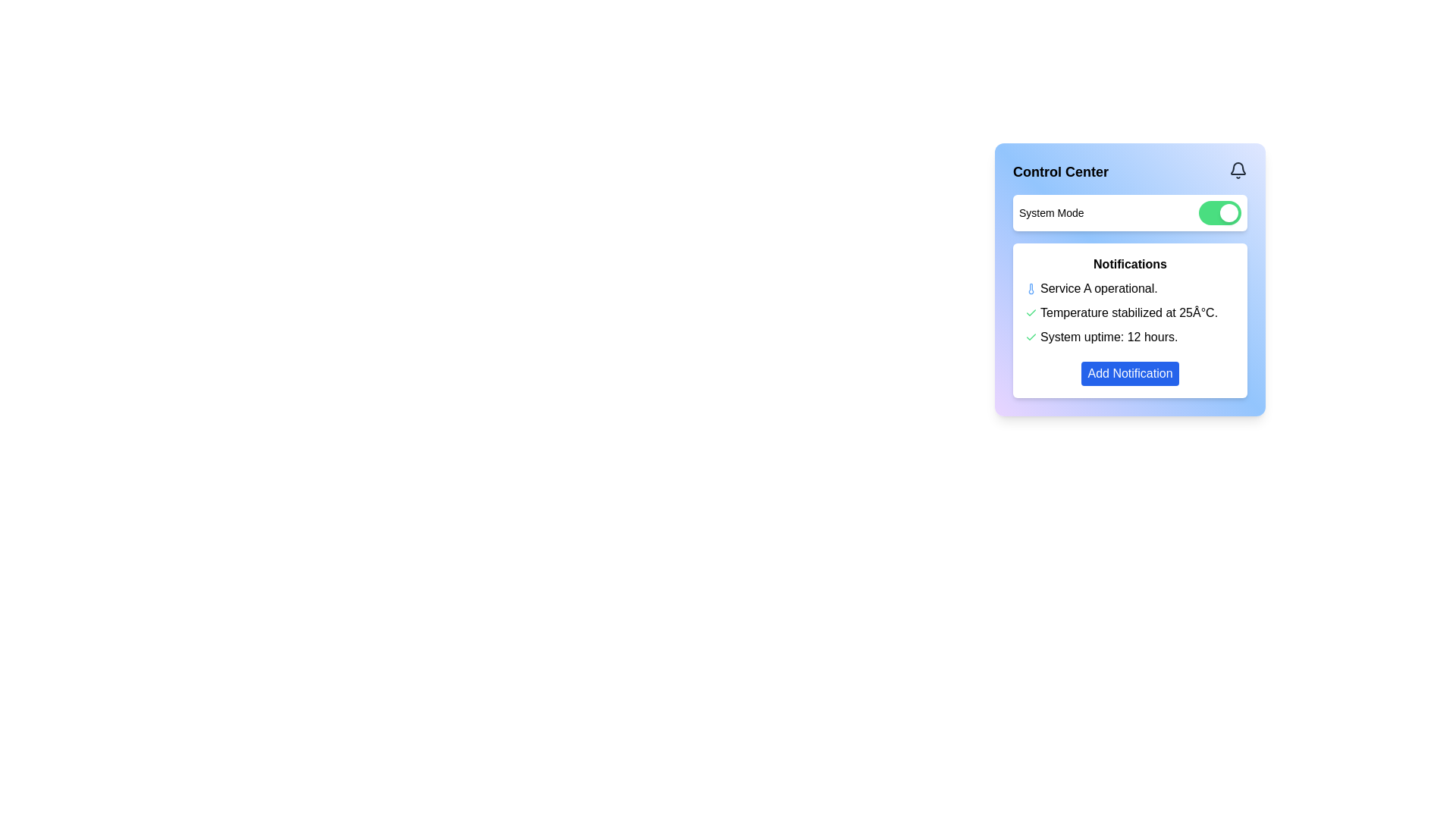  Describe the element at coordinates (1130, 213) in the screenshot. I see `the 'System Mode' toggle switch` at that location.